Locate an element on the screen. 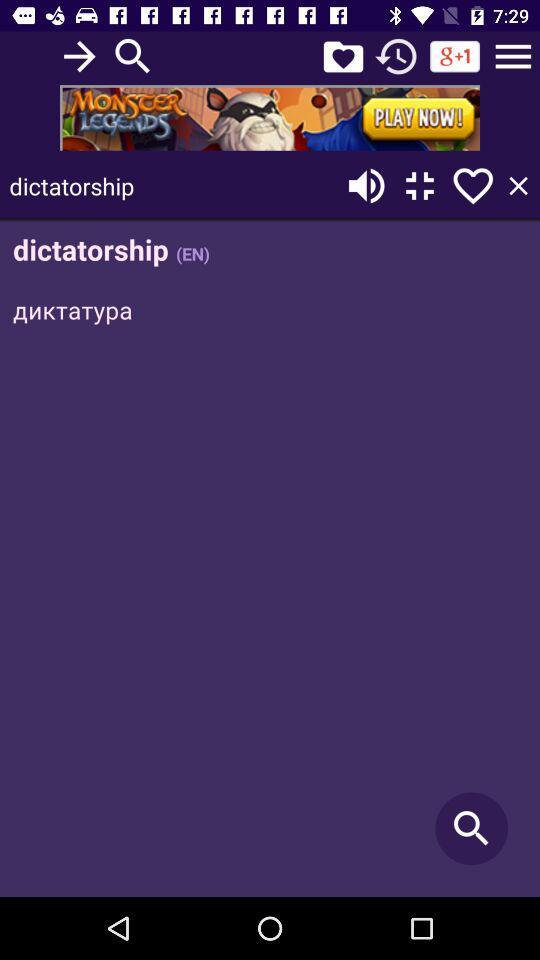 The image size is (540, 960). the favorite icon is located at coordinates (342, 55).